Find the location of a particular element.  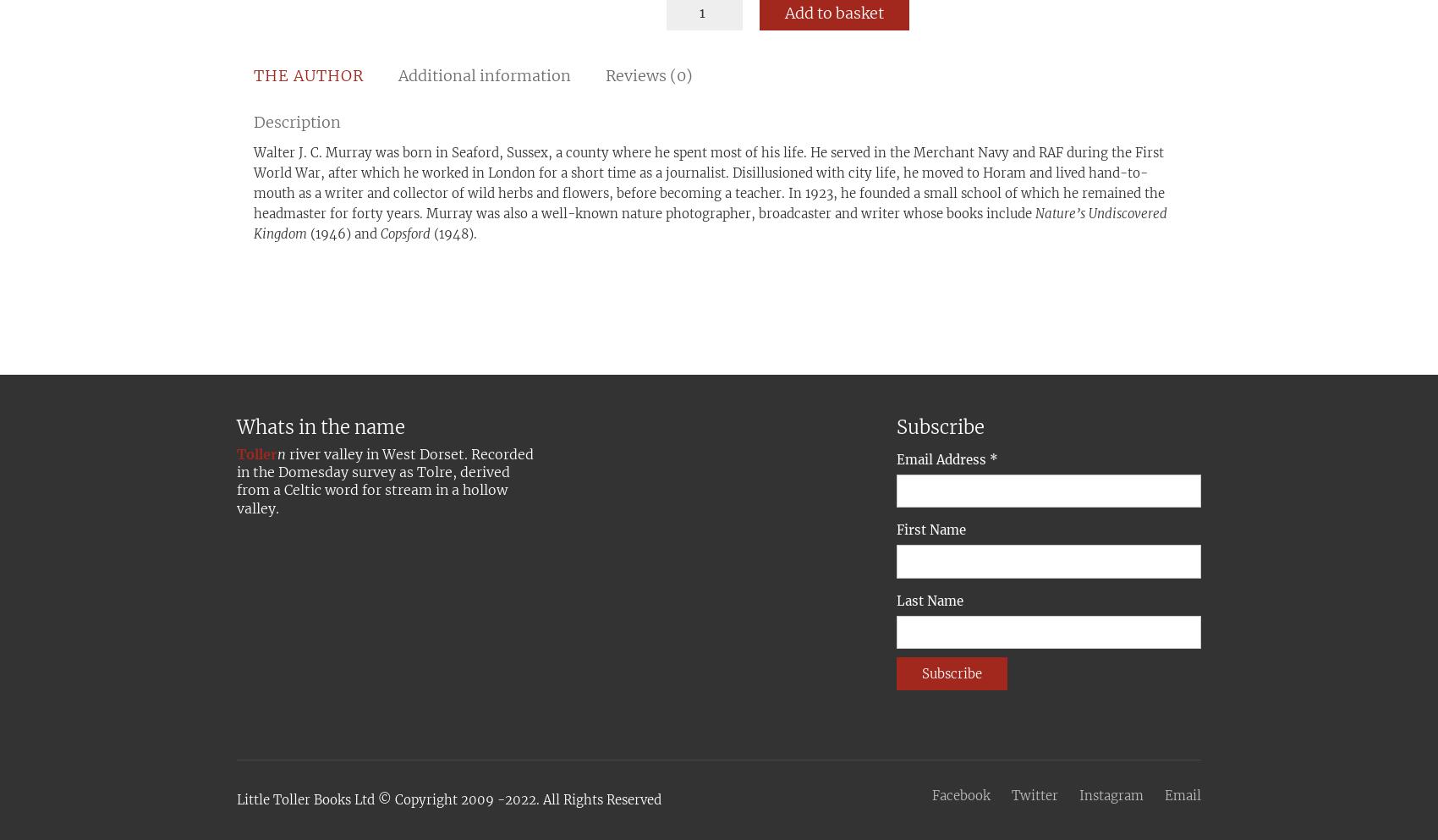

'Copsford' is located at coordinates (405, 233).